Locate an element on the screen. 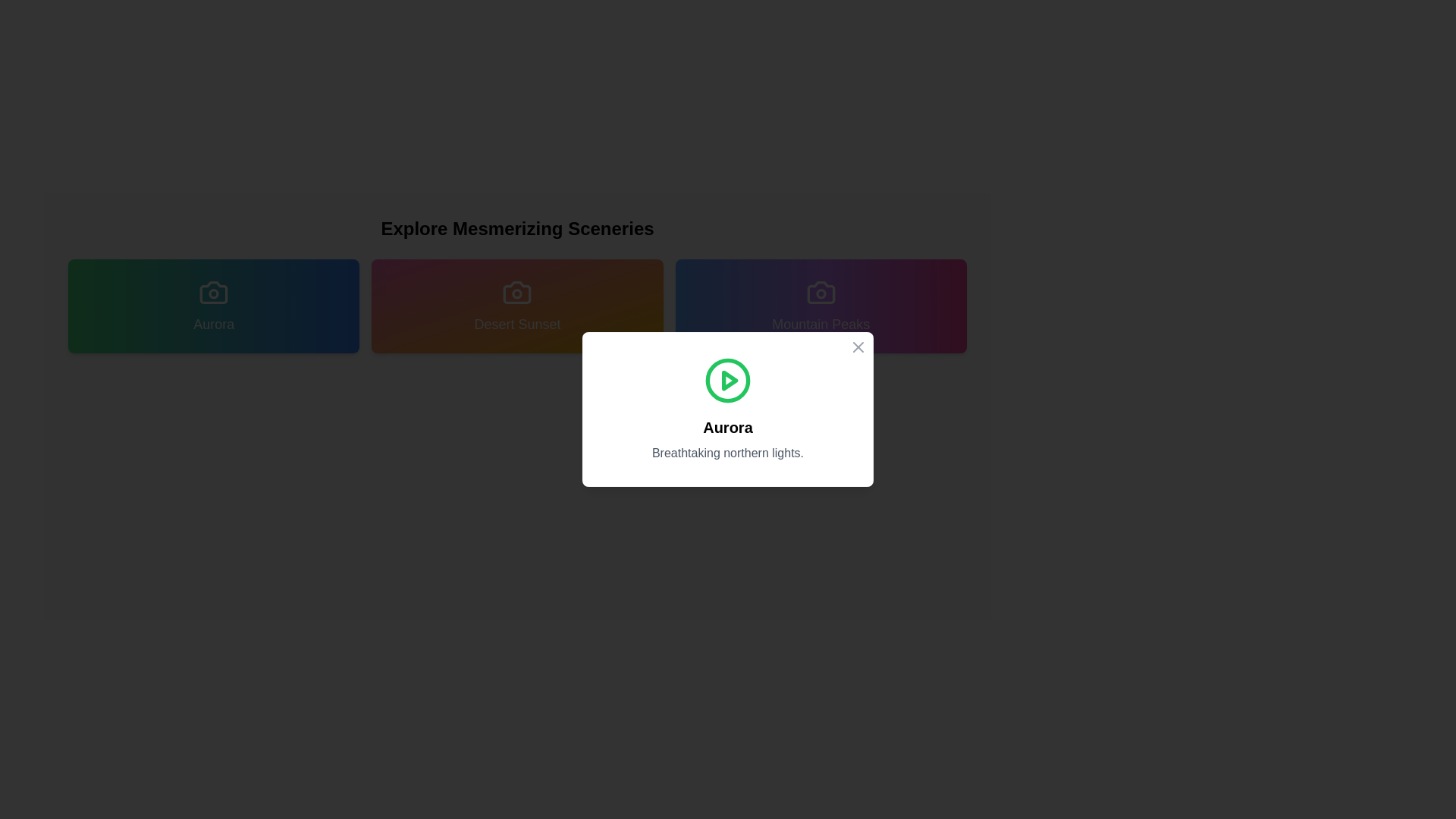  the Close Button icon located in the top-right corner of the dialog box is located at coordinates (858, 347).